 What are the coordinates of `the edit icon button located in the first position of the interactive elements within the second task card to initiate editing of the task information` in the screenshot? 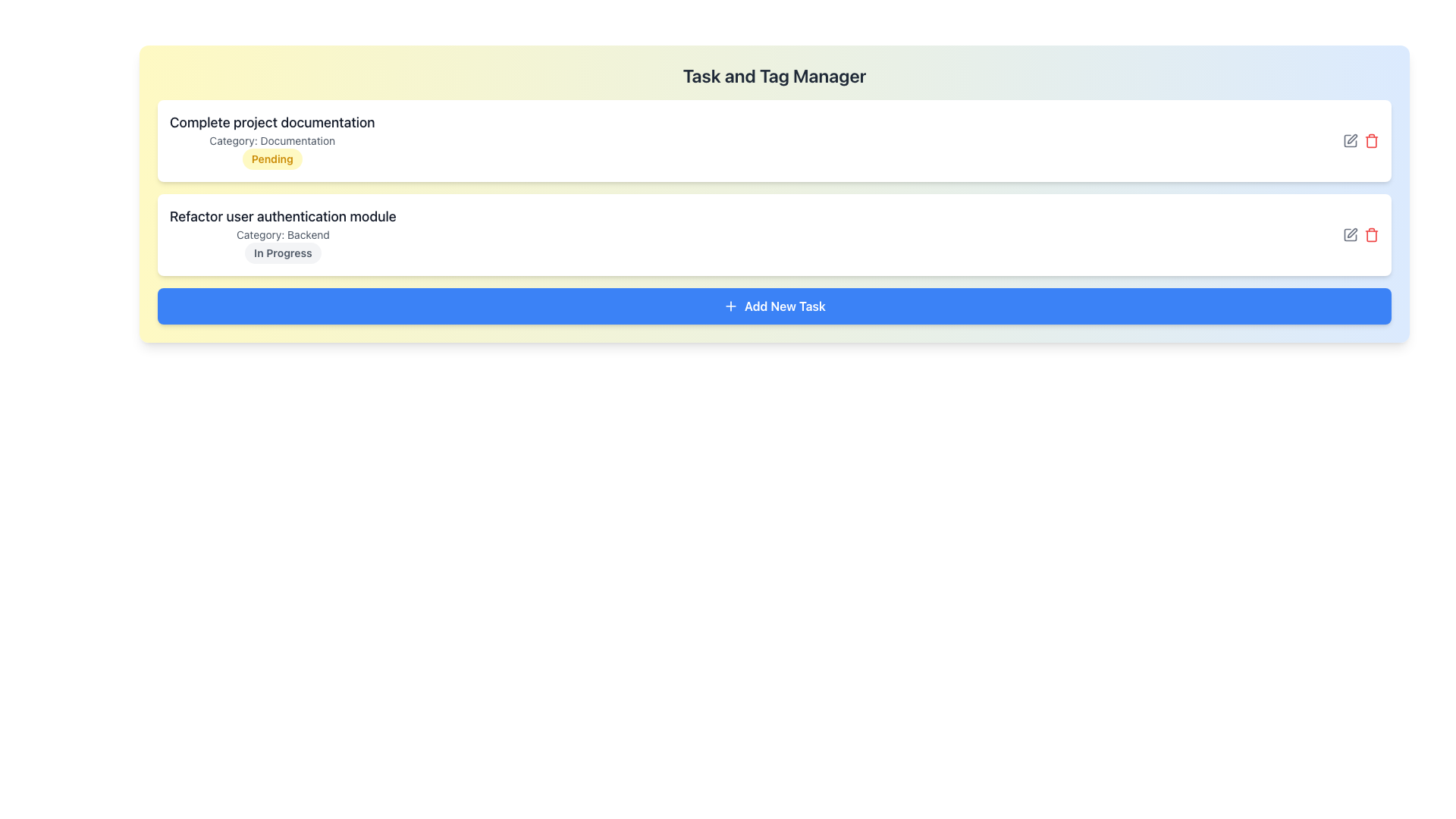 It's located at (1350, 140).